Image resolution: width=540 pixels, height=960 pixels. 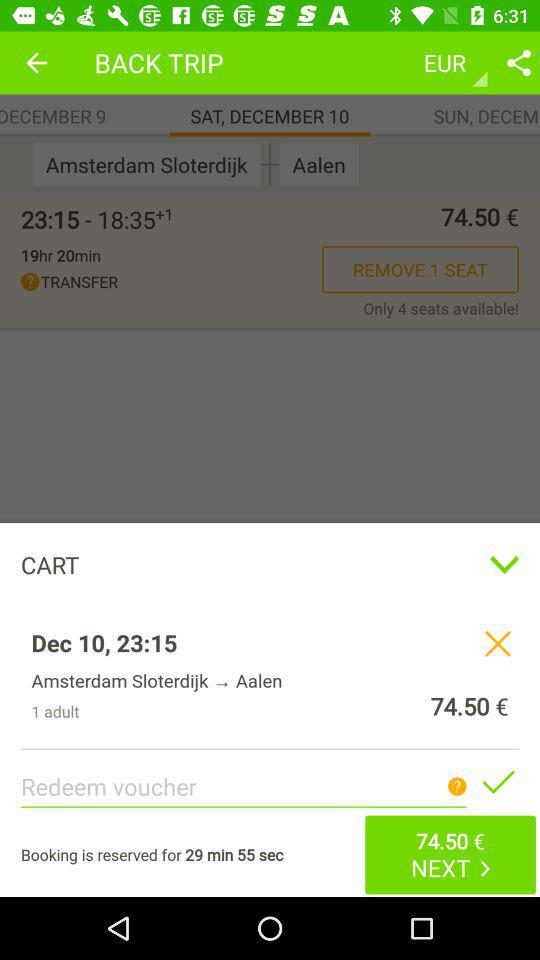 What do you see at coordinates (270, 163) in the screenshot?
I see `the item to the right of amsterdam sloterdijk icon` at bounding box center [270, 163].